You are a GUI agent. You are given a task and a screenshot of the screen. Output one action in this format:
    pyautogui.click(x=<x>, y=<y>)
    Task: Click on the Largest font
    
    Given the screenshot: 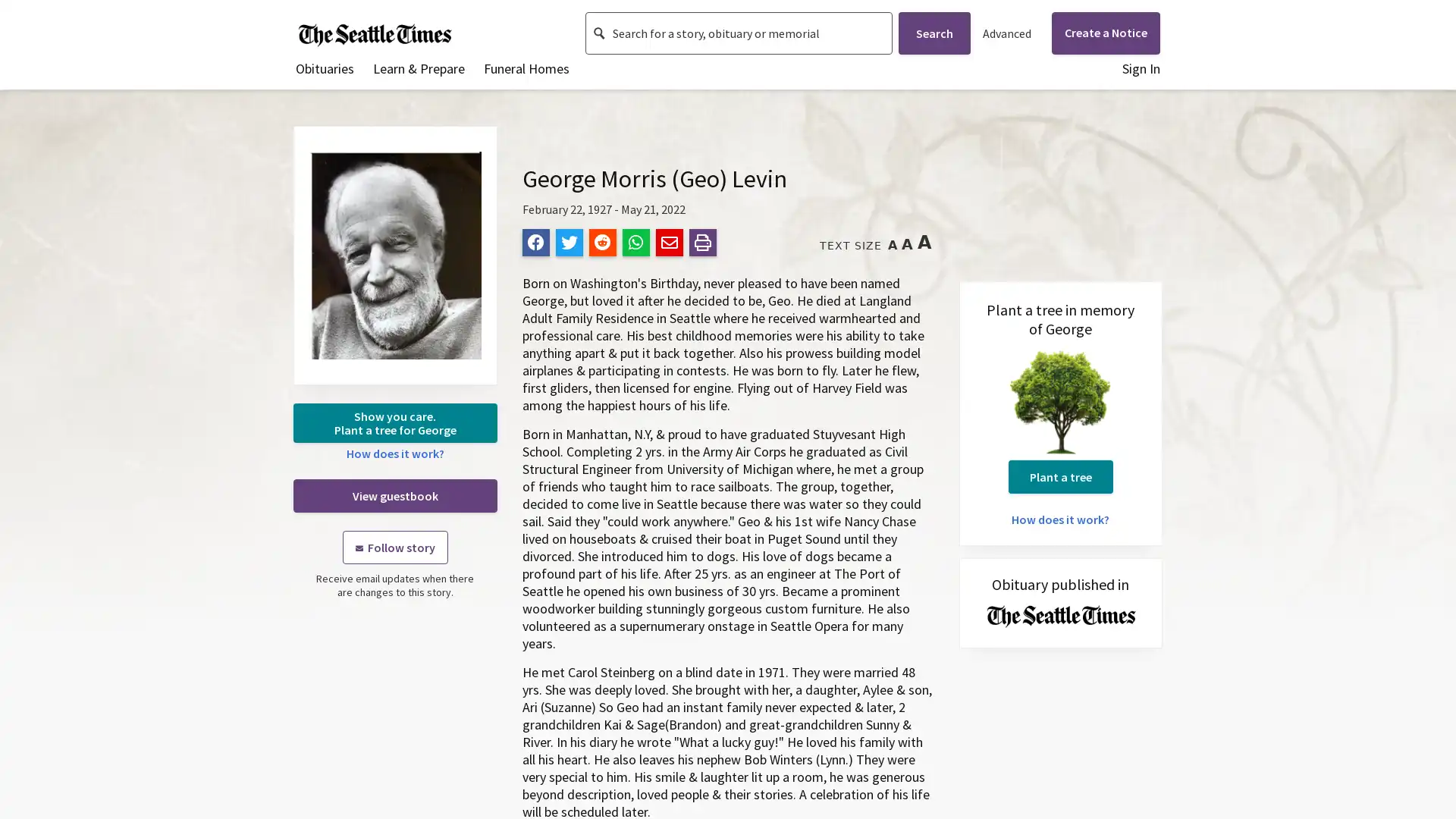 What is the action you would take?
    pyautogui.click(x=923, y=242)
    